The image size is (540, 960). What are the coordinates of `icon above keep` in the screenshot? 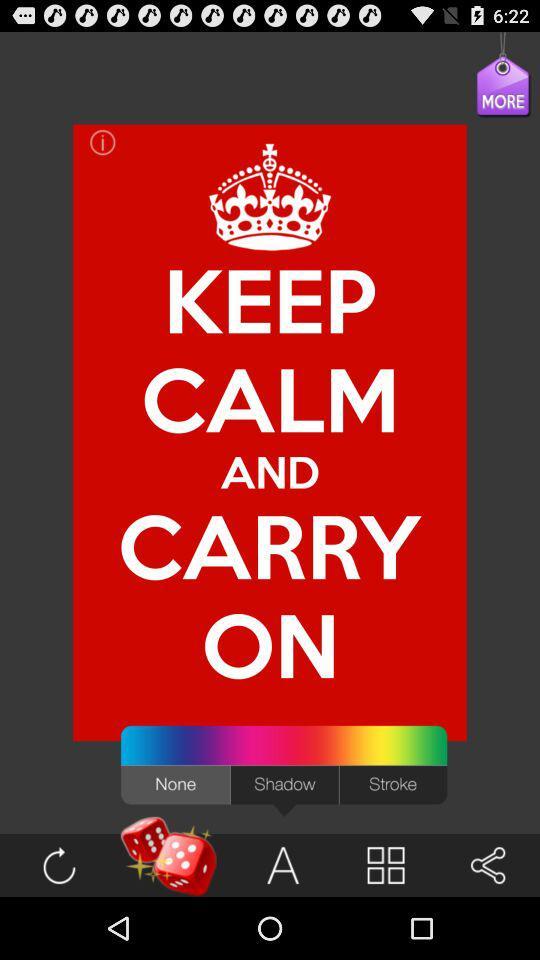 It's located at (102, 141).